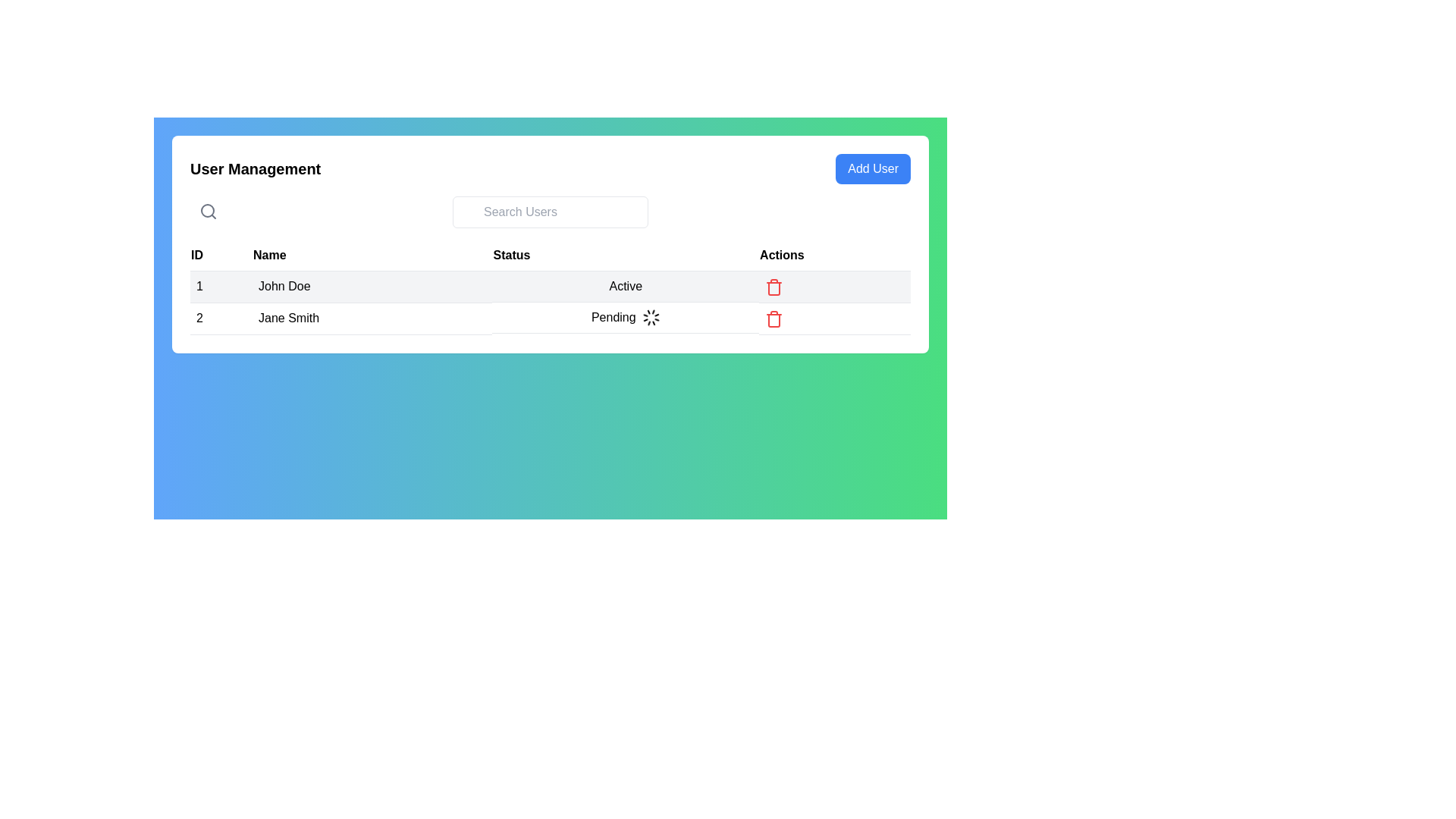 The height and width of the screenshot is (819, 1456). I want to click on the 'User Management' header, which is a bold and large text element located at the top-left of the interface, so click(256, 169).